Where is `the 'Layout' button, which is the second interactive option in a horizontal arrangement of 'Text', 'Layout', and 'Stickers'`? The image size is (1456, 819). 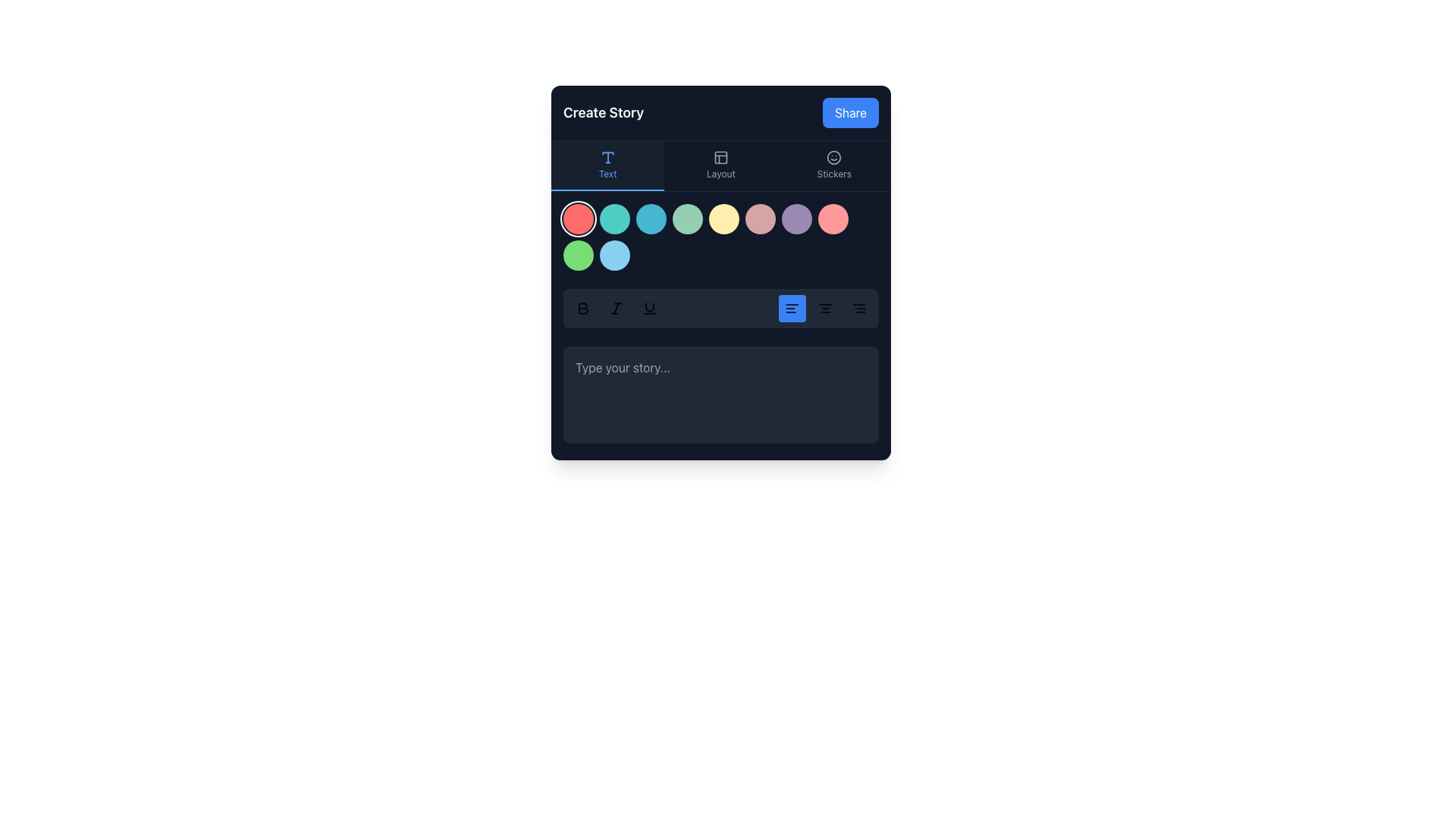
the 'Layout' button, which is the second interactive option in a horizontal arrangement of 'Text', 'Layout', and 'Stickers' is located at coordinates (720, 166).